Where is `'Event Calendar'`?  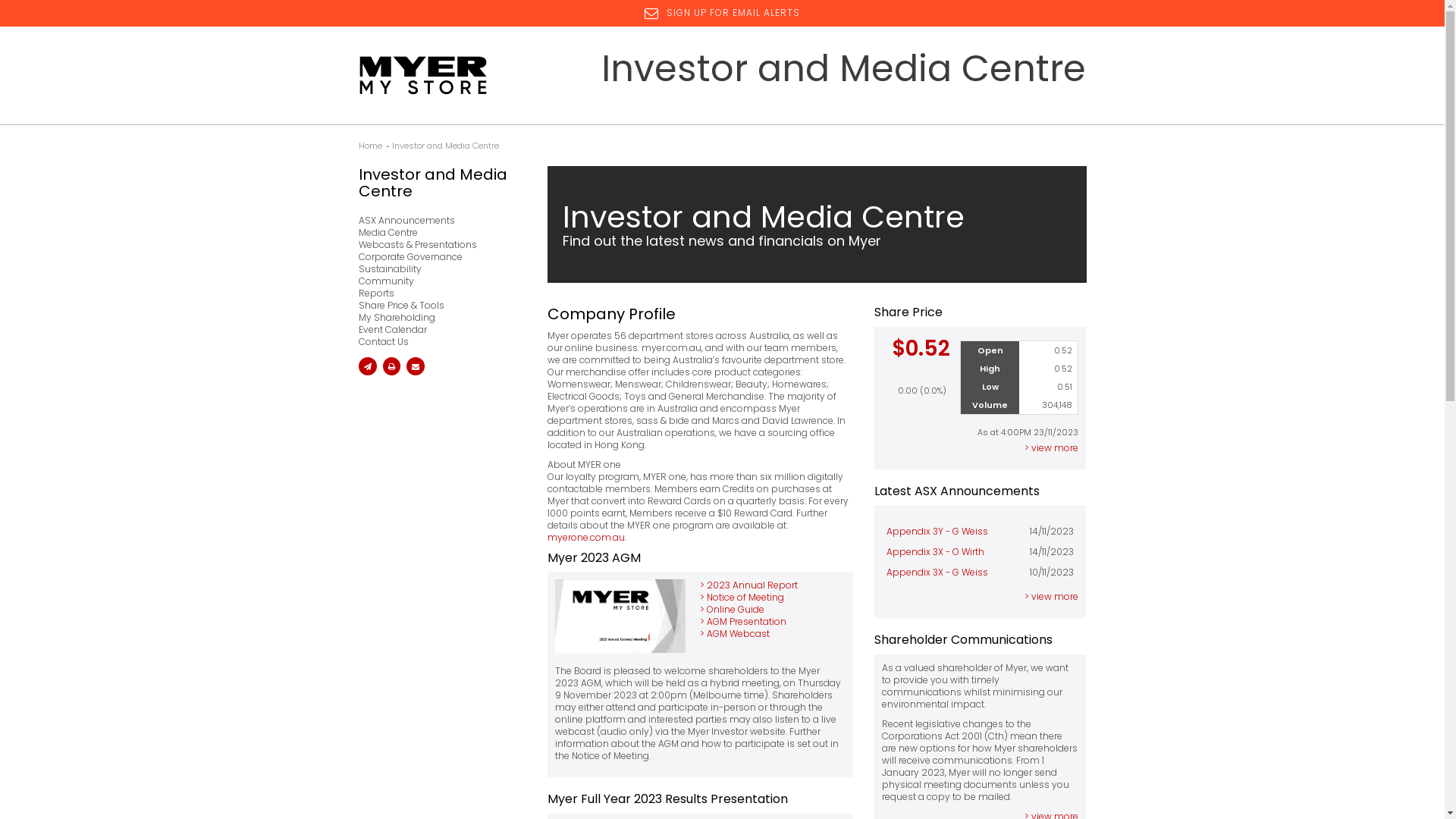
'Event Calendar' is located at coordinates (437, 329).